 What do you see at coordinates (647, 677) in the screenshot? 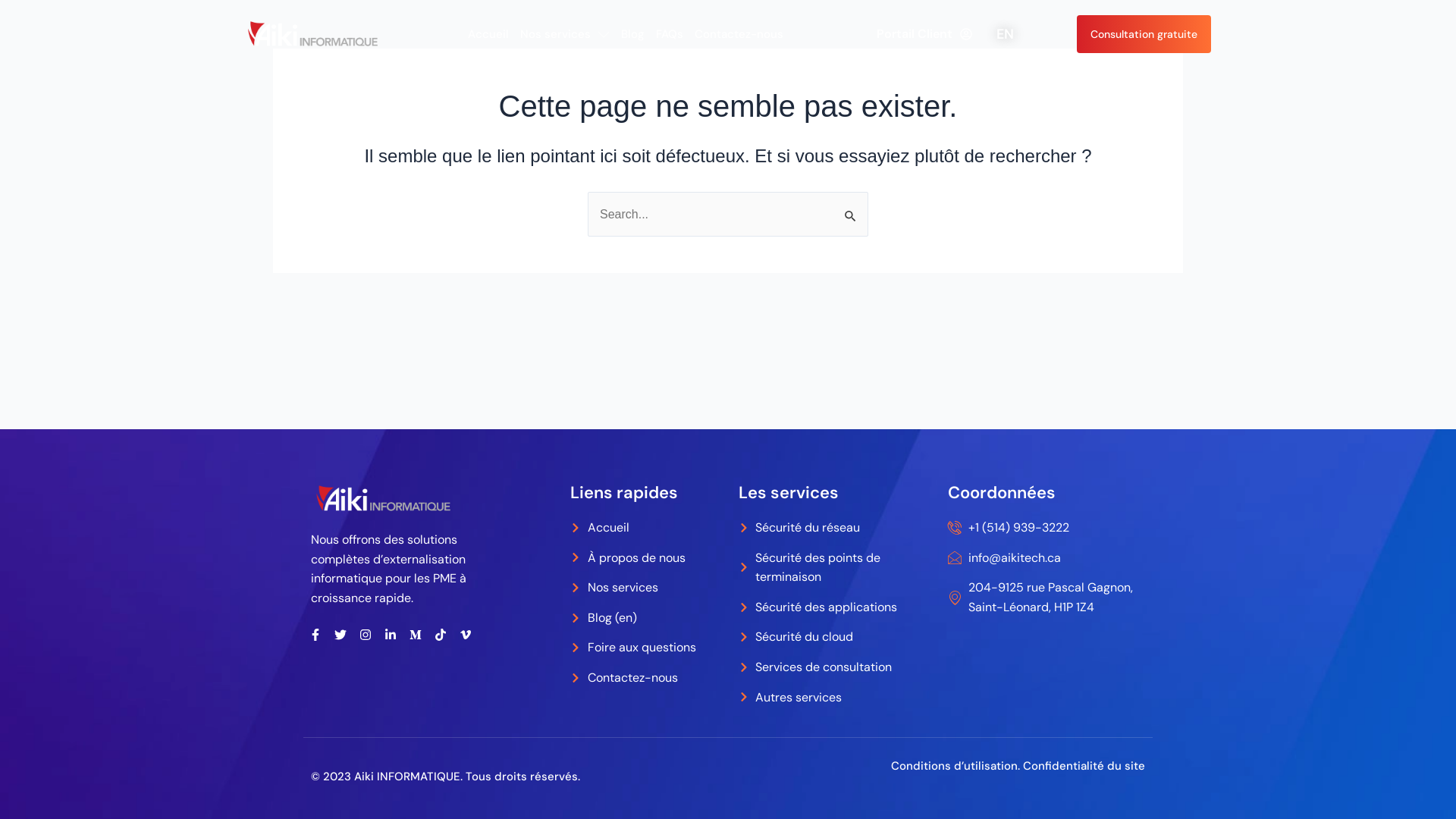
I see `'Contactez-nous'` at bounding box center [647, 677].